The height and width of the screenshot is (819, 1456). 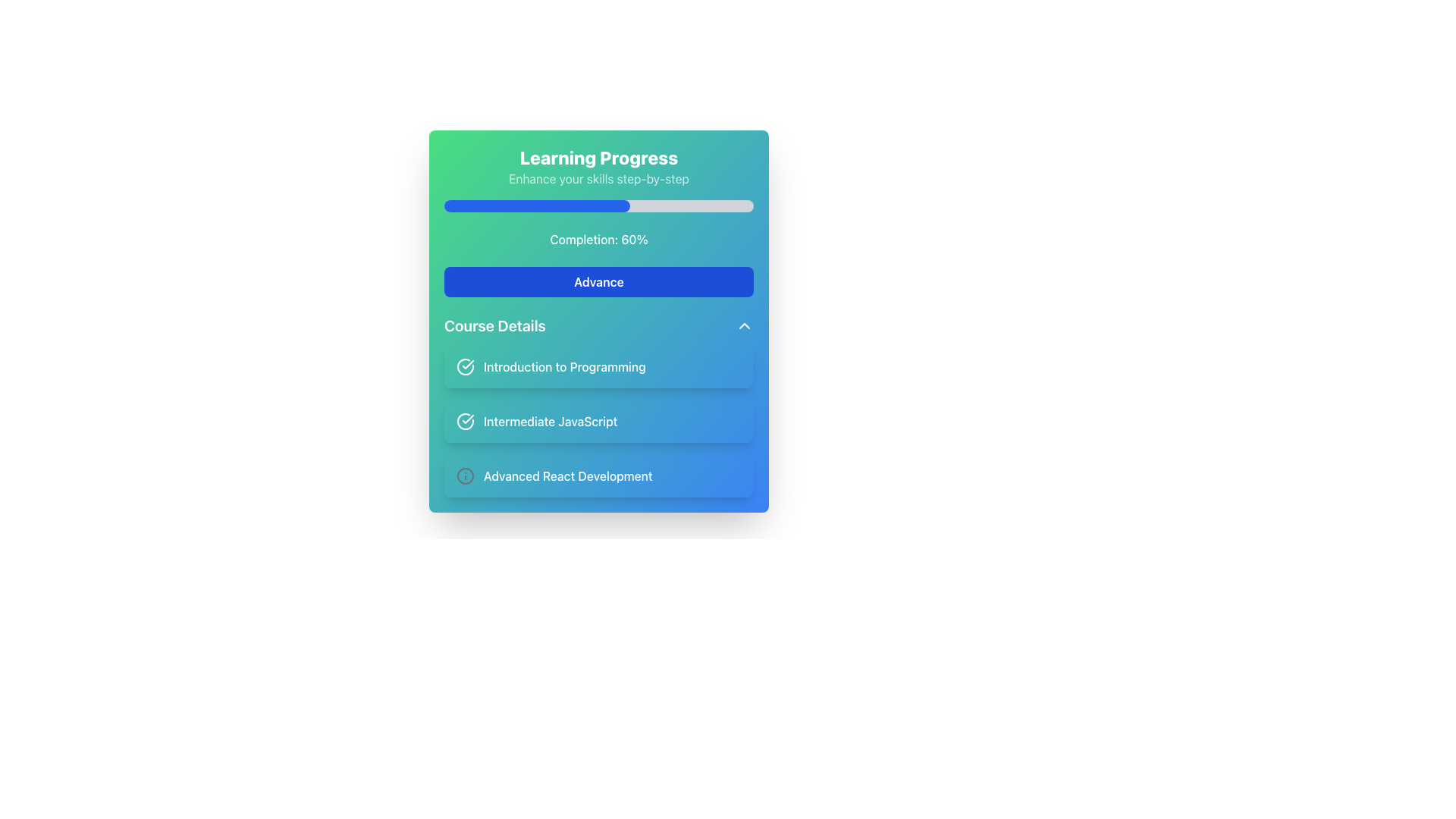 I want to click on SVG Circle Element located near the text 'Advanced React Development', which is styled with a stroke and no fill, and appears as part of an icon, so click(x=465, y=475).